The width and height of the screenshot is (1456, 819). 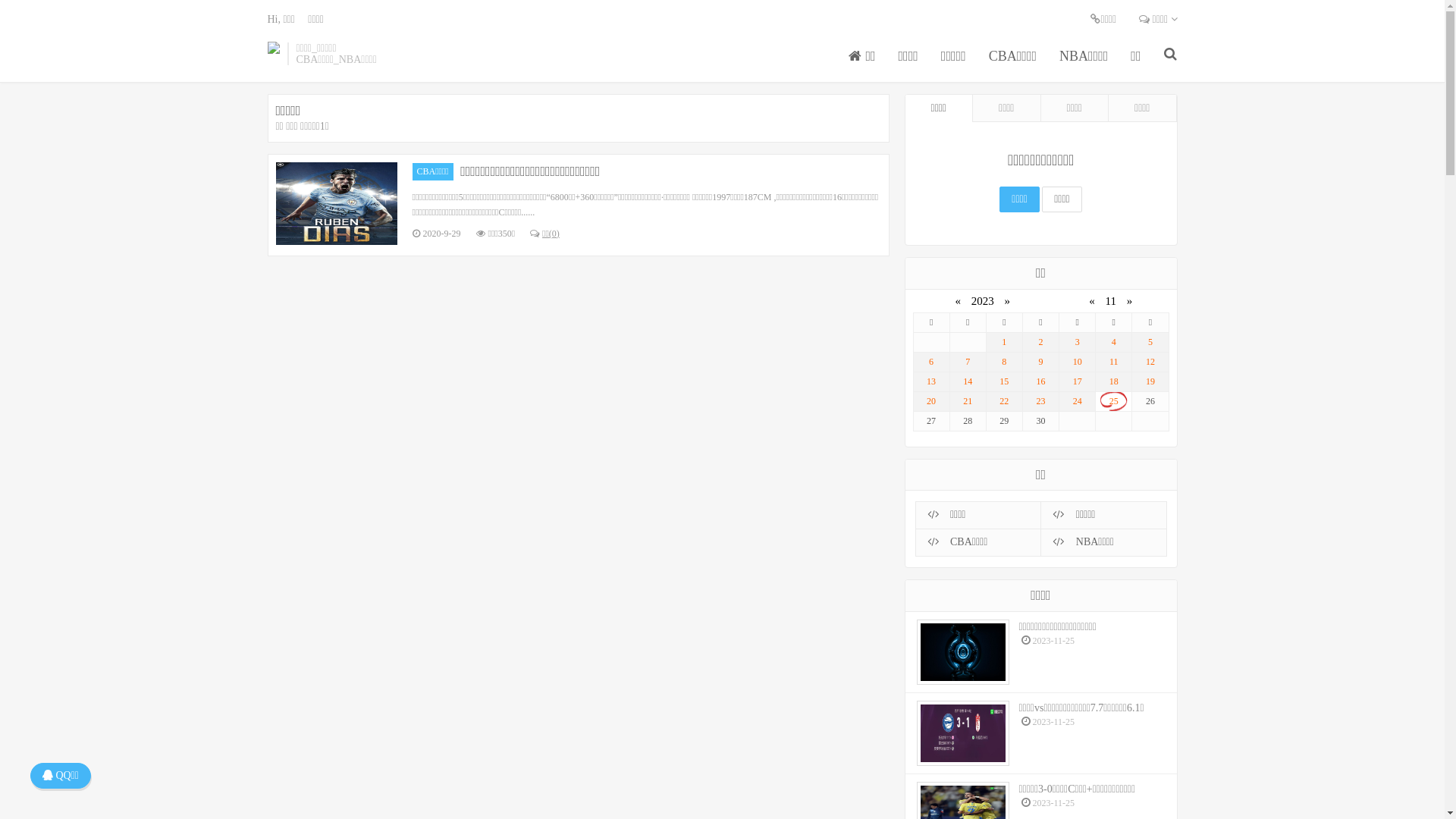 I want to click on '16', so click(x=1040, y=381).